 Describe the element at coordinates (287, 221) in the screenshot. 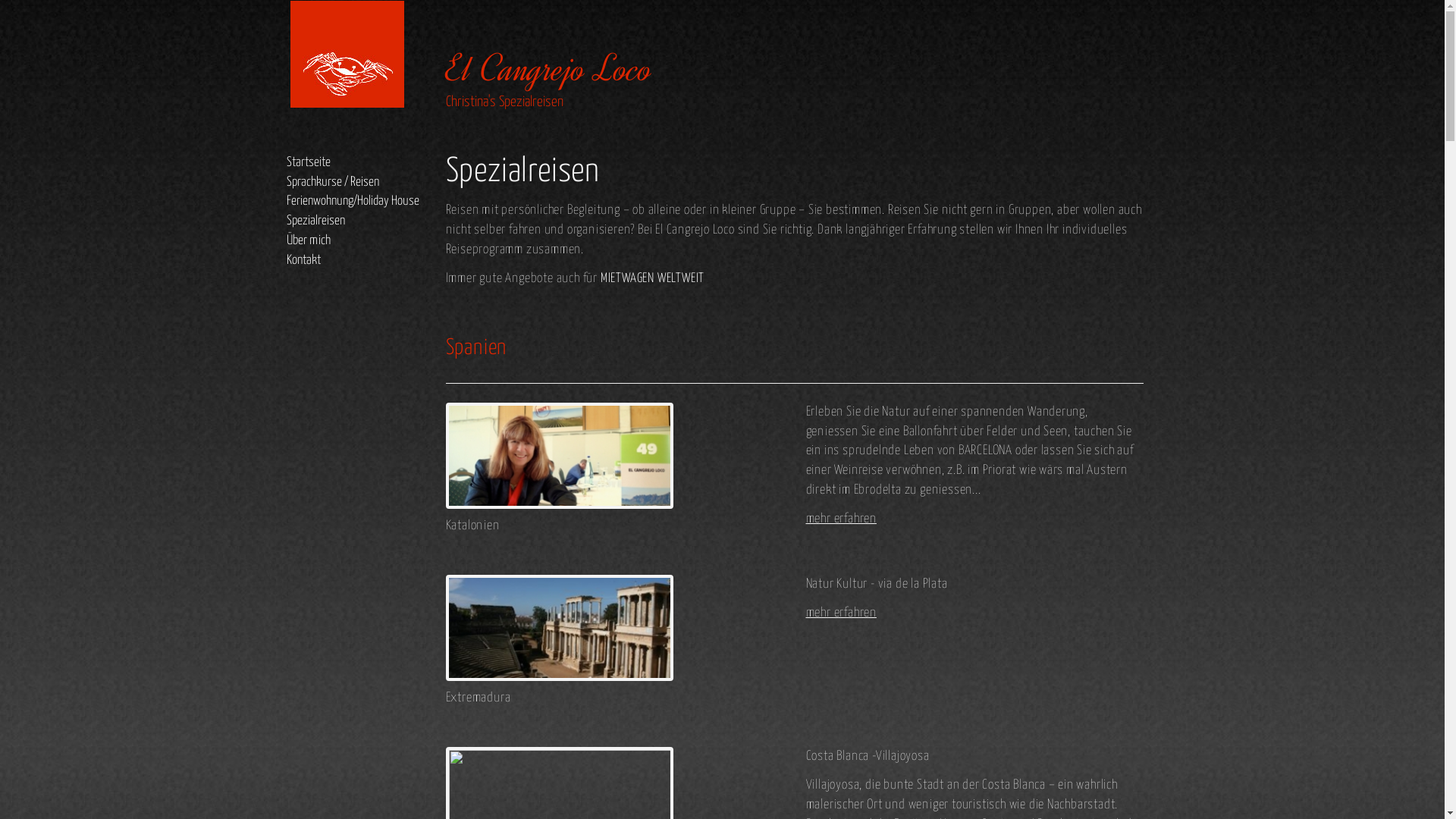

I see `'Spezialreisen'` at that location.